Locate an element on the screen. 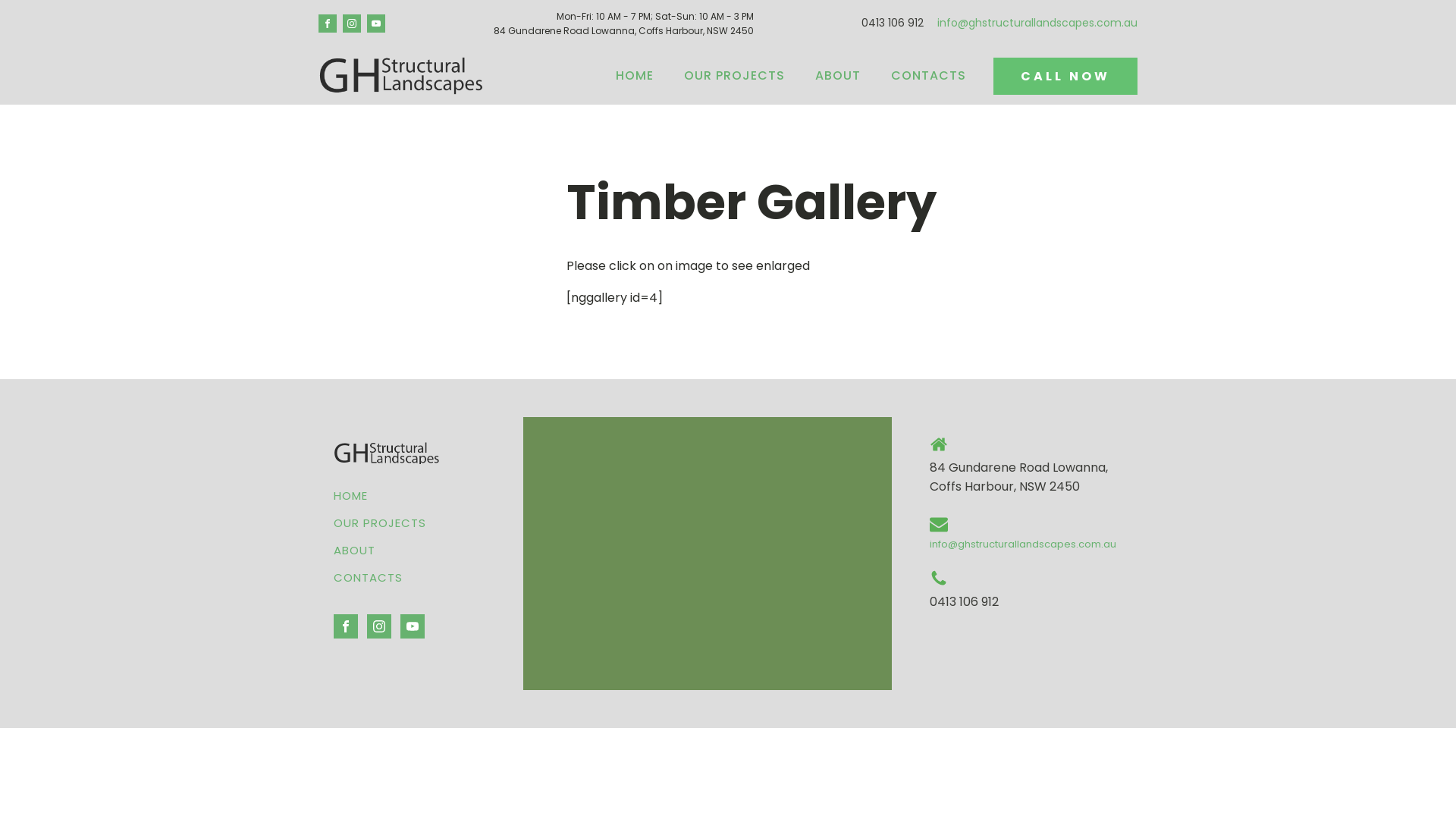 The height and width of the screenshot is (819, 1456). 'CONTACTS' is located at coordinates (379, 578).